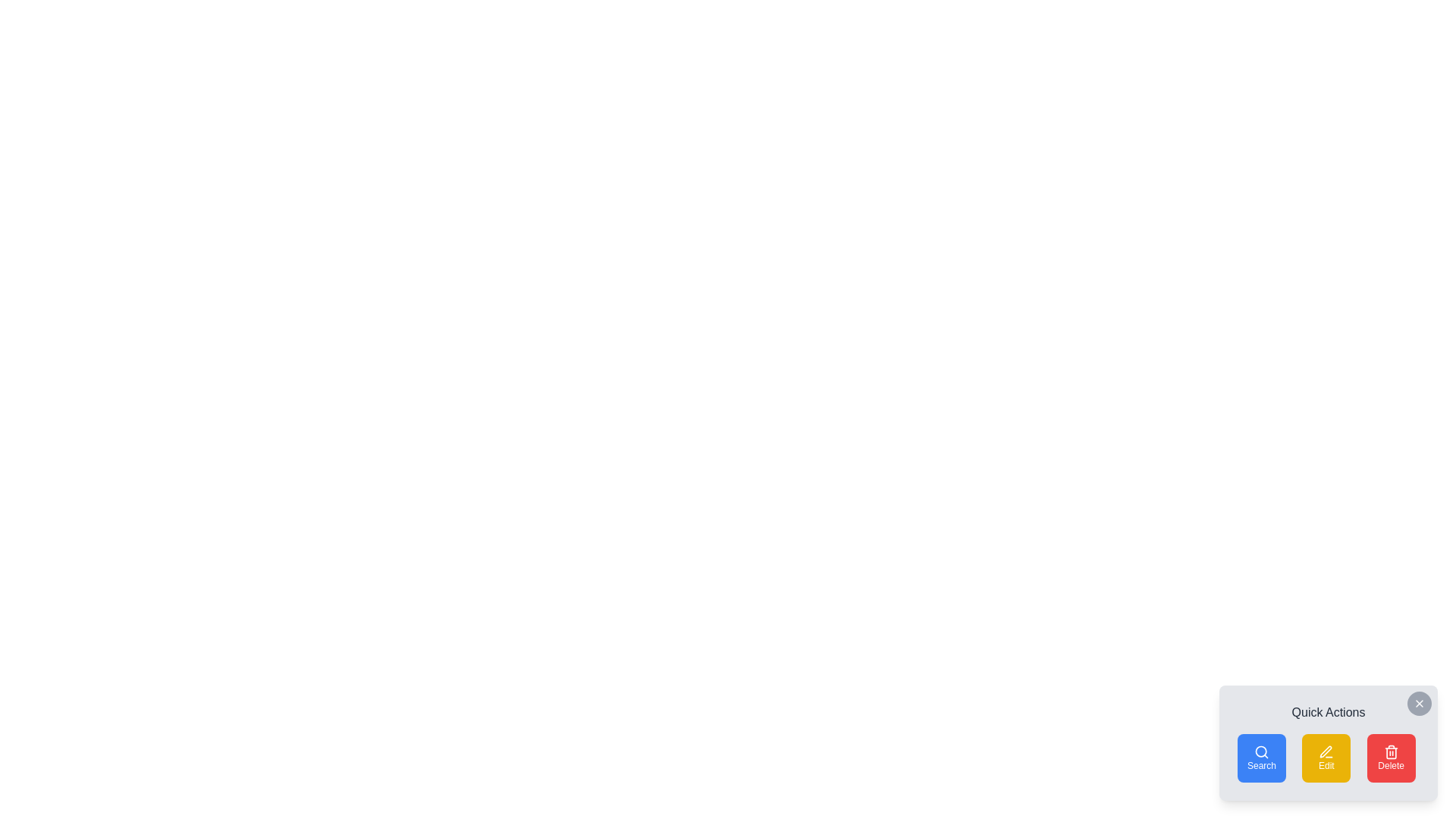 The image size is (1456, 819). What do you see at coordinates (1262, 766) in the screenshot?
I see `the 'Search' text label` at bounding box center [1262, 766].